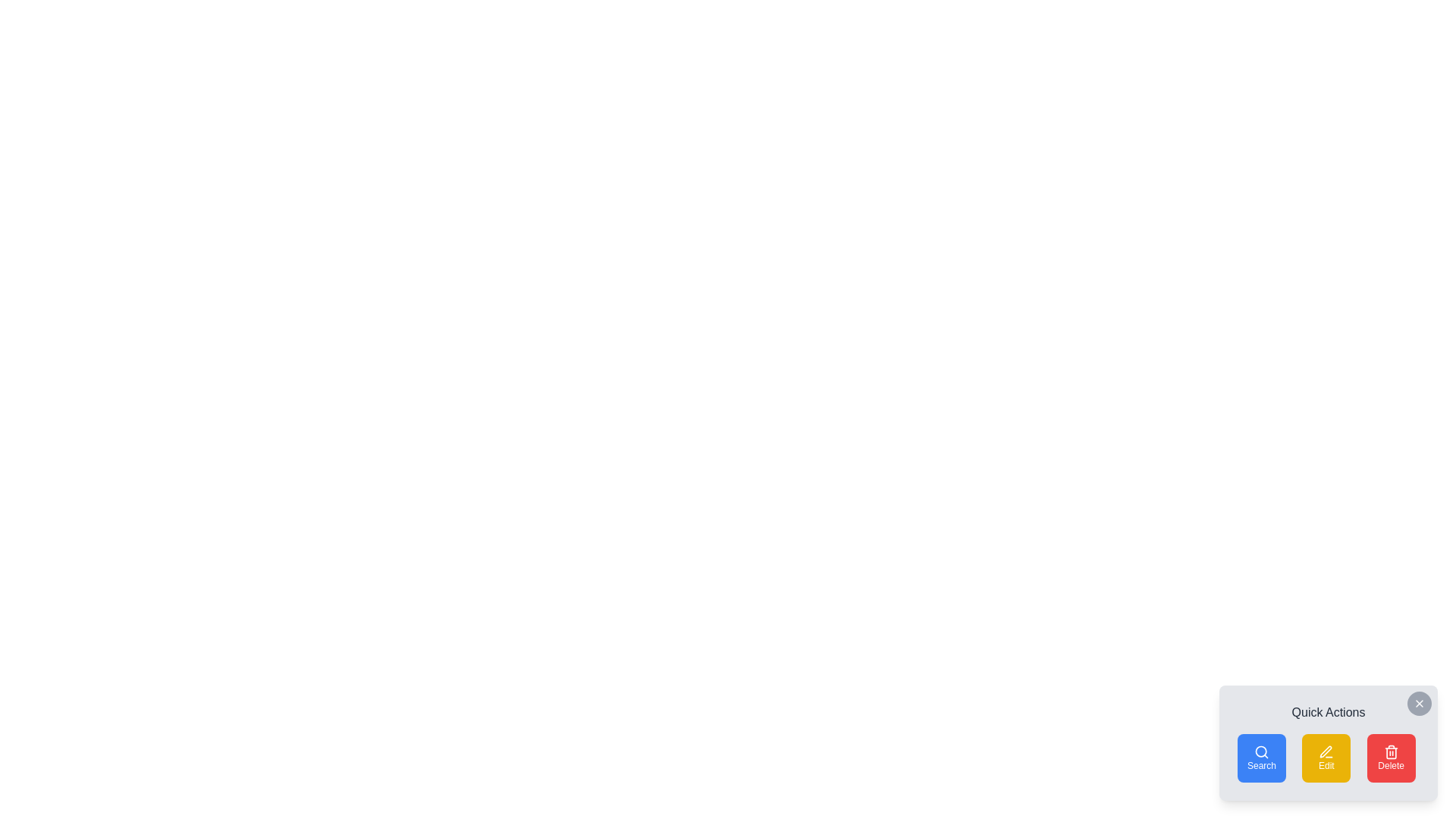 The image size is (1456, 819). What do you see at coordinates (1262, 766) in the screenshot?
I see `the 'Search' text label` at bounding box center [1262, 766].